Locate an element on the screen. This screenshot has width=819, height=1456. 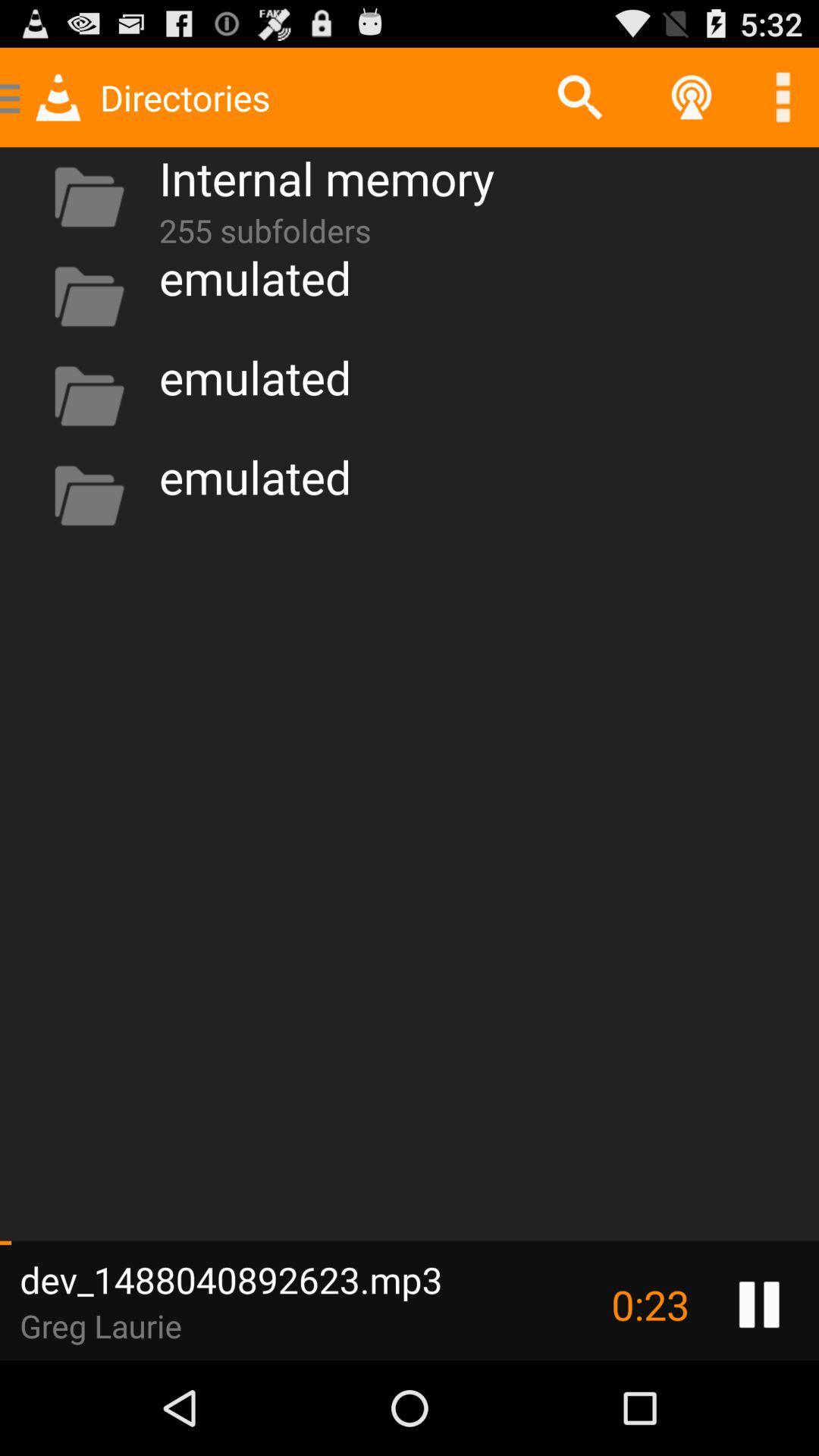
the 255 subfolders app is located at coordinates (264, 227).